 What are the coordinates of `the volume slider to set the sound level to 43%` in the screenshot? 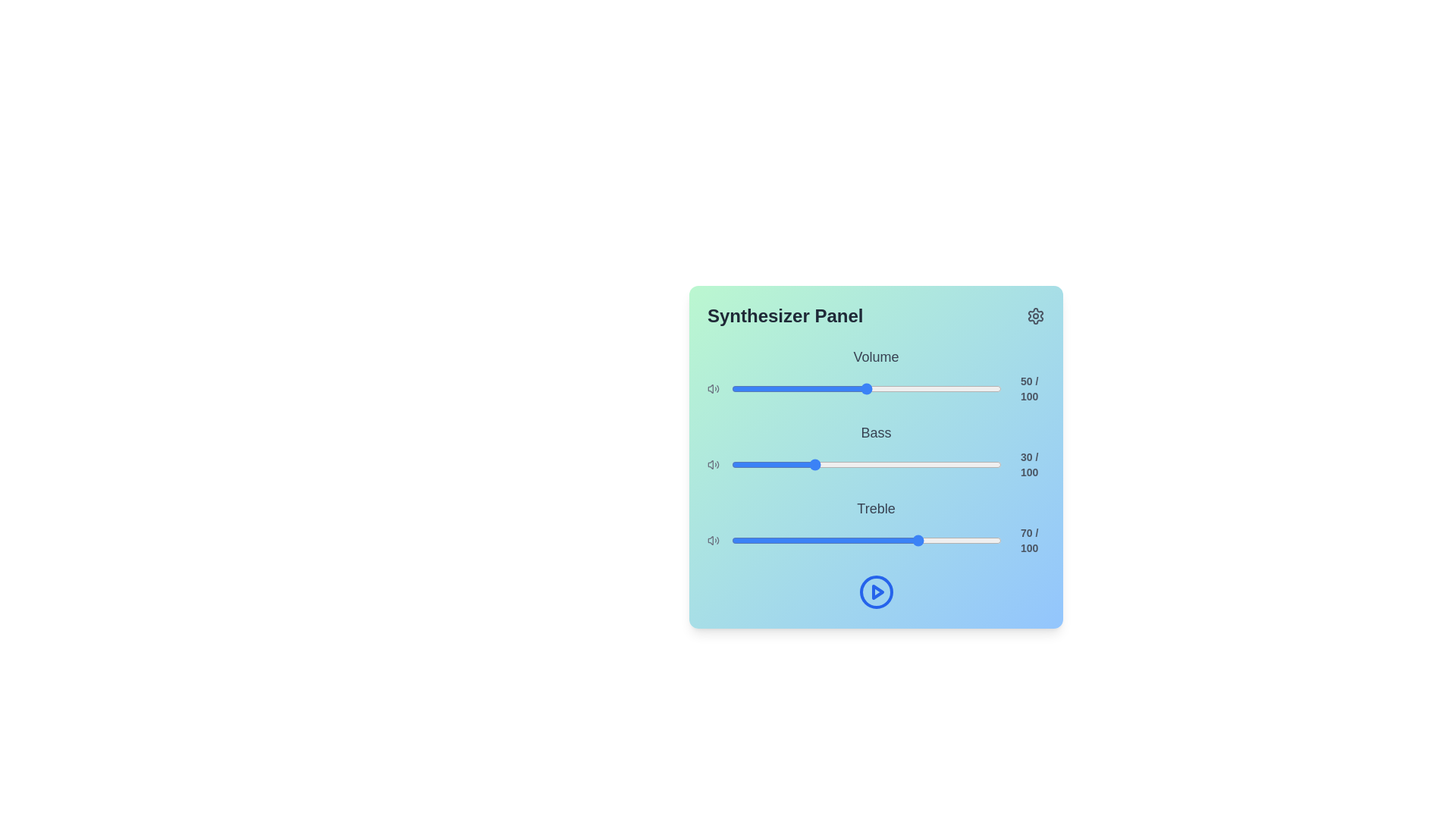 It's located at (847, 388).